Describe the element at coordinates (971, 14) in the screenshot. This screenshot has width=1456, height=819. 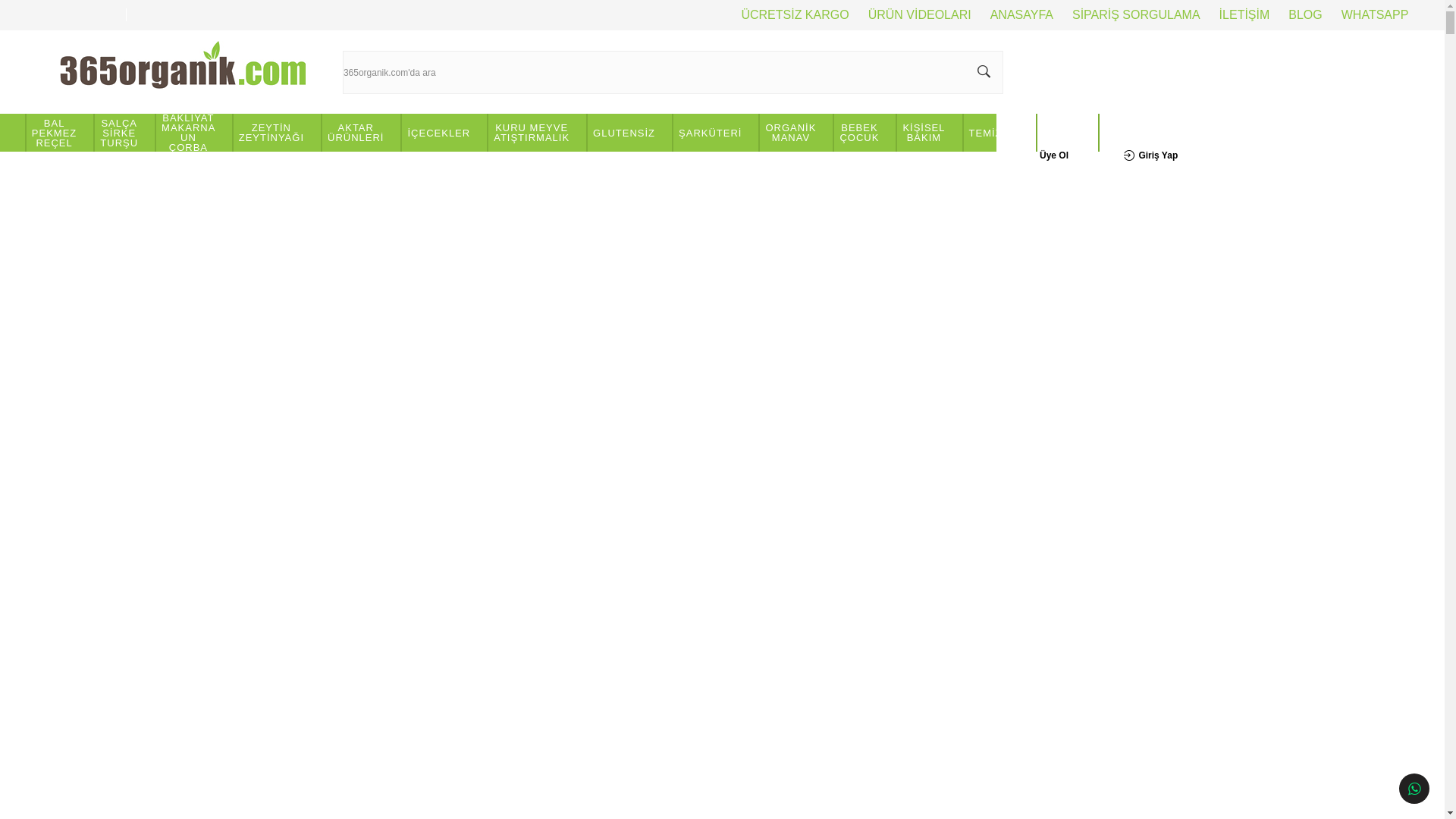
I see `'ANASAYFA'` at that location.